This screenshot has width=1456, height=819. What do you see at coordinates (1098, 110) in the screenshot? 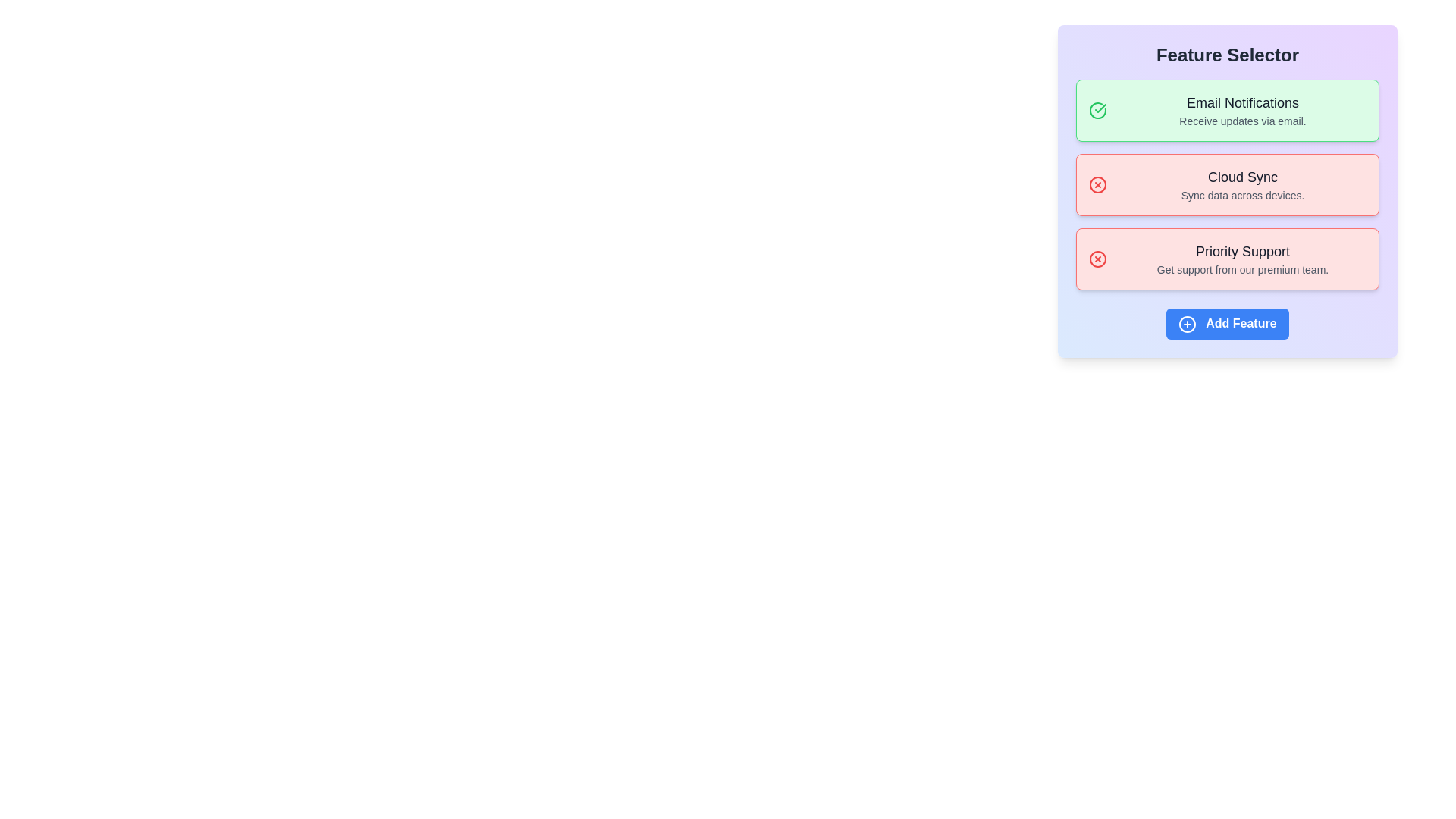
I see `the circular green checkmark icon with a hollow outline, indicating a positive state, located in the 'Email Notifications' feature box adjacent to the description 'Email Notifications Receive updates via email.'` at bounding box center [1098, 110].